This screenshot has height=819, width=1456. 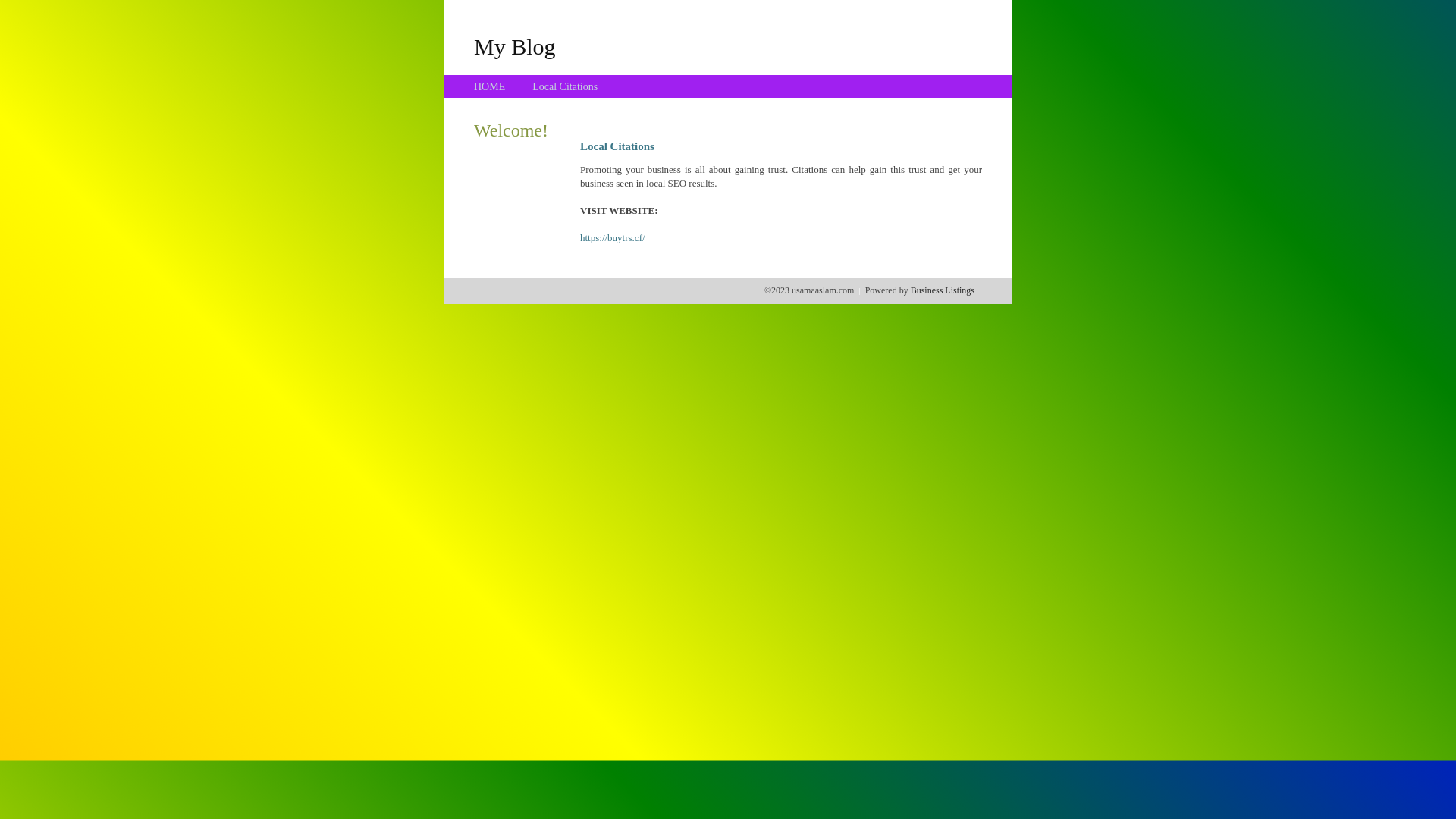 I want to click on 'Local Citations', so click(x=563, y=86).